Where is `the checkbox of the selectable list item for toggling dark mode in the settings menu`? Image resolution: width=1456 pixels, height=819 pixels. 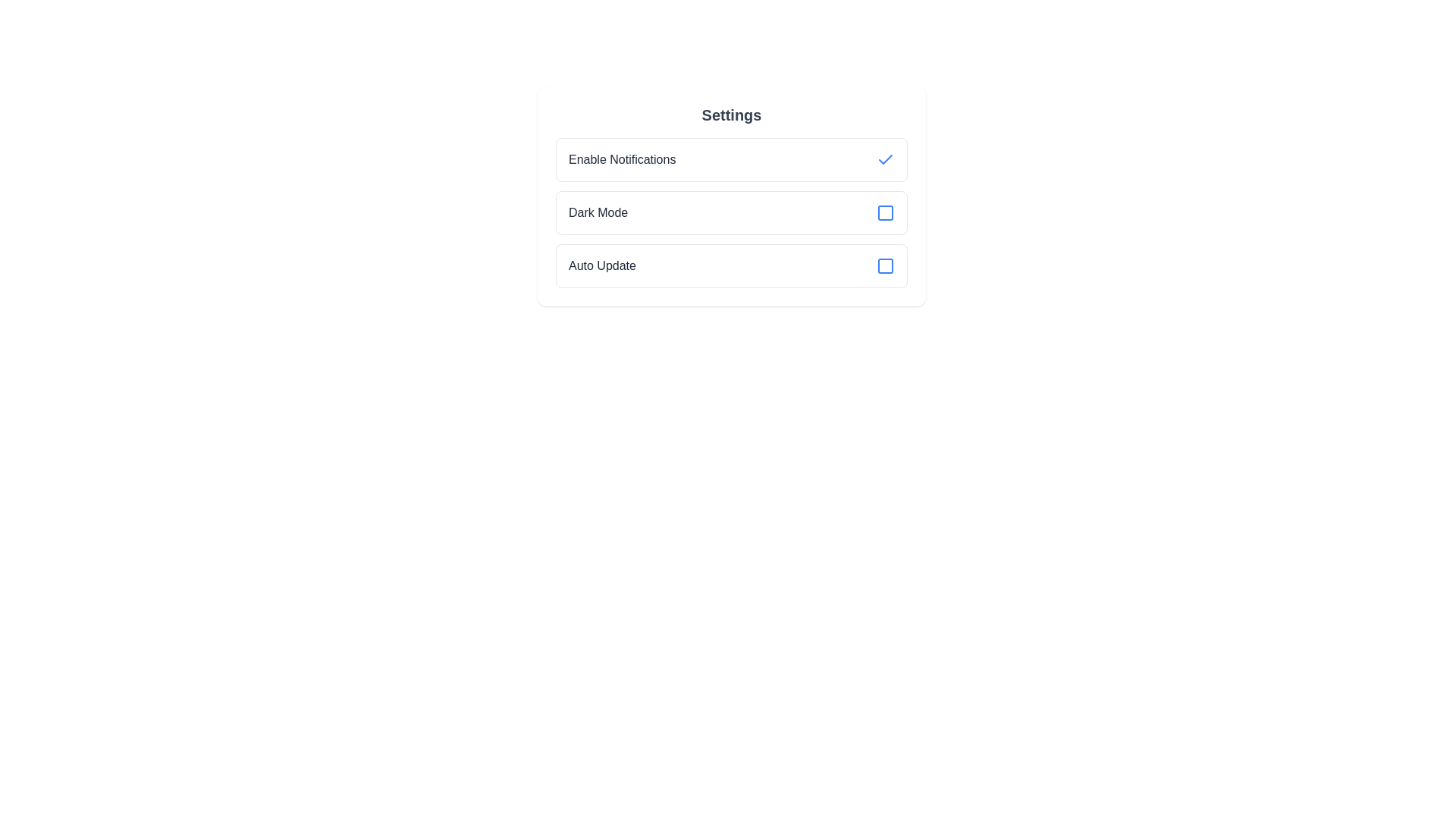
the checkbox of the selectable list item for toggling dark mode in the settings menu is located at coordinates (731, 213).